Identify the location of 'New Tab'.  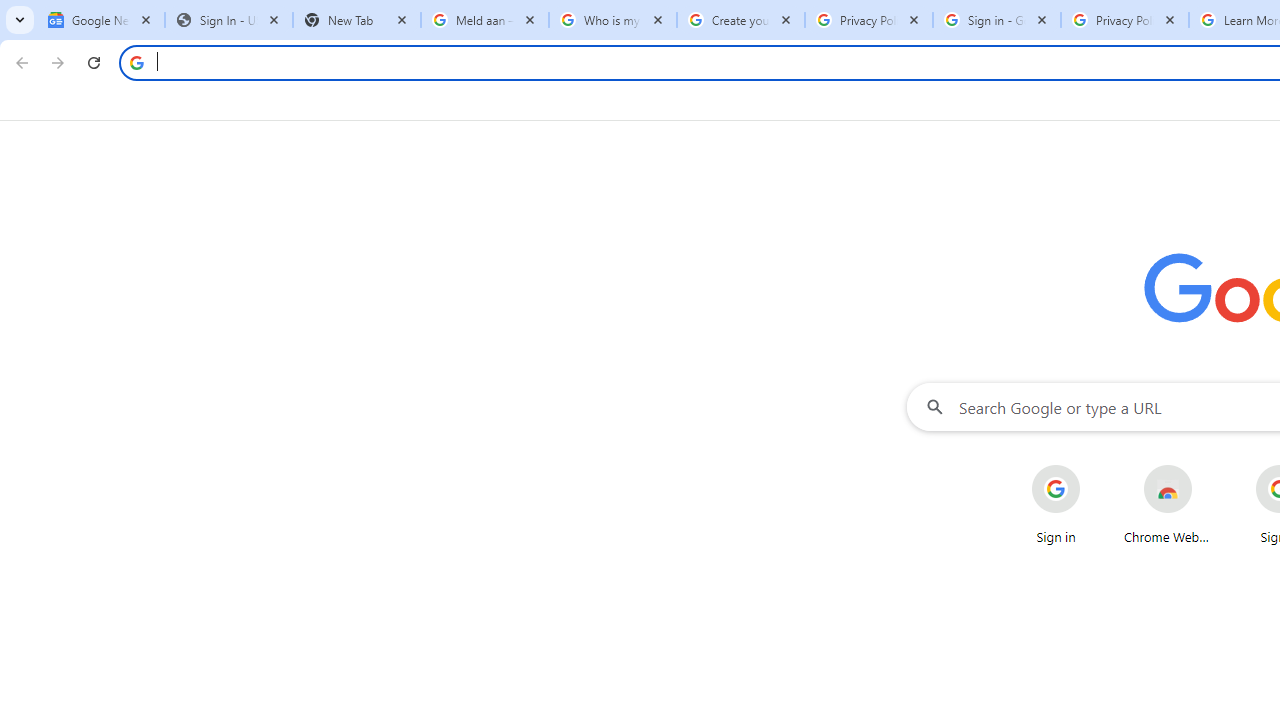
(357, 20).